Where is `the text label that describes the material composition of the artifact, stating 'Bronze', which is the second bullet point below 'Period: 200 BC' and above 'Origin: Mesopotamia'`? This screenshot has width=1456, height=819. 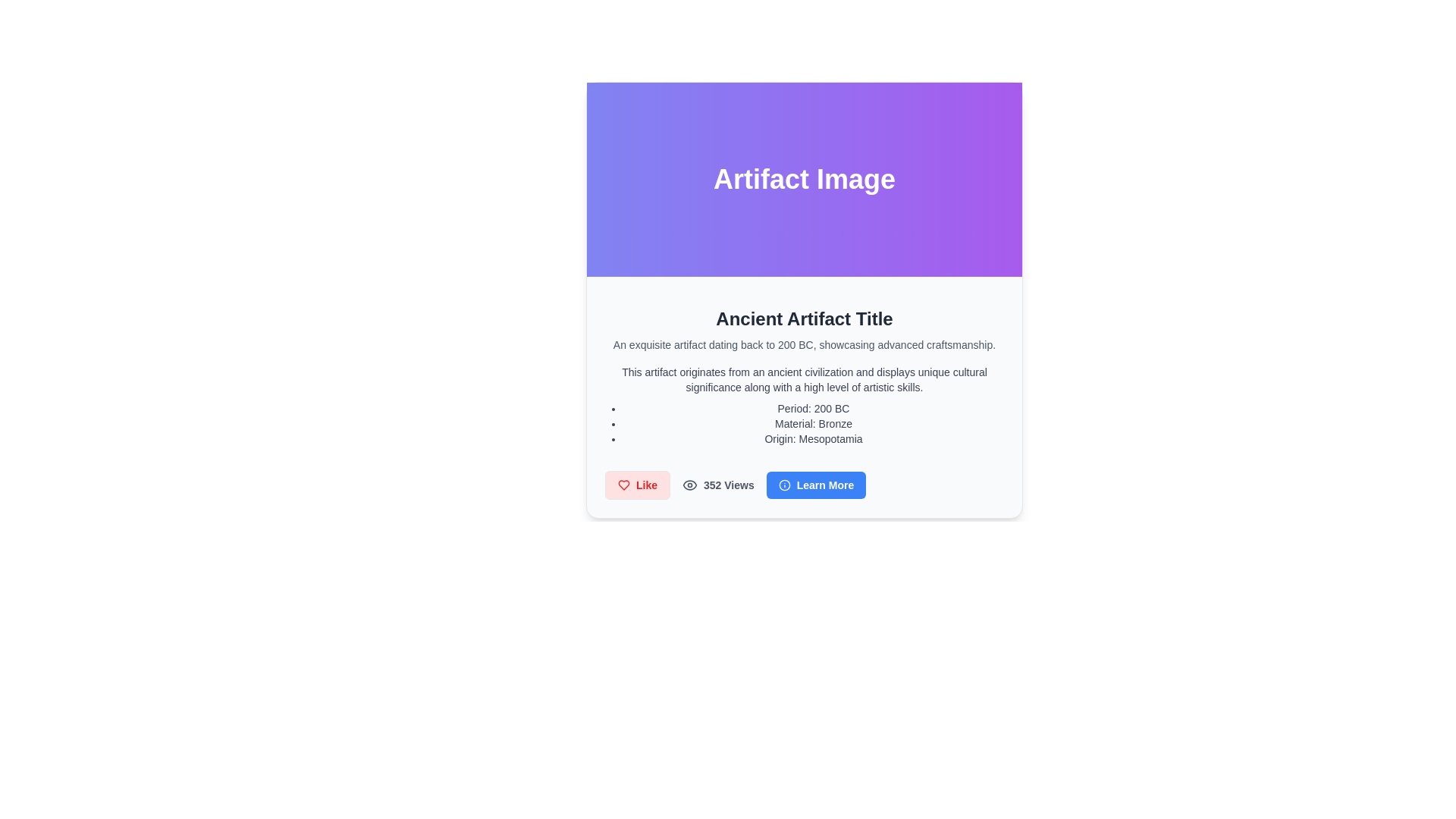
the text label that describes the material composition of the artifact, stating 'Bronze', which is the second bullet point below 'Period: 200 BC' and above 'Origin: Mesopotamia' is located at coordinates (813, 424).